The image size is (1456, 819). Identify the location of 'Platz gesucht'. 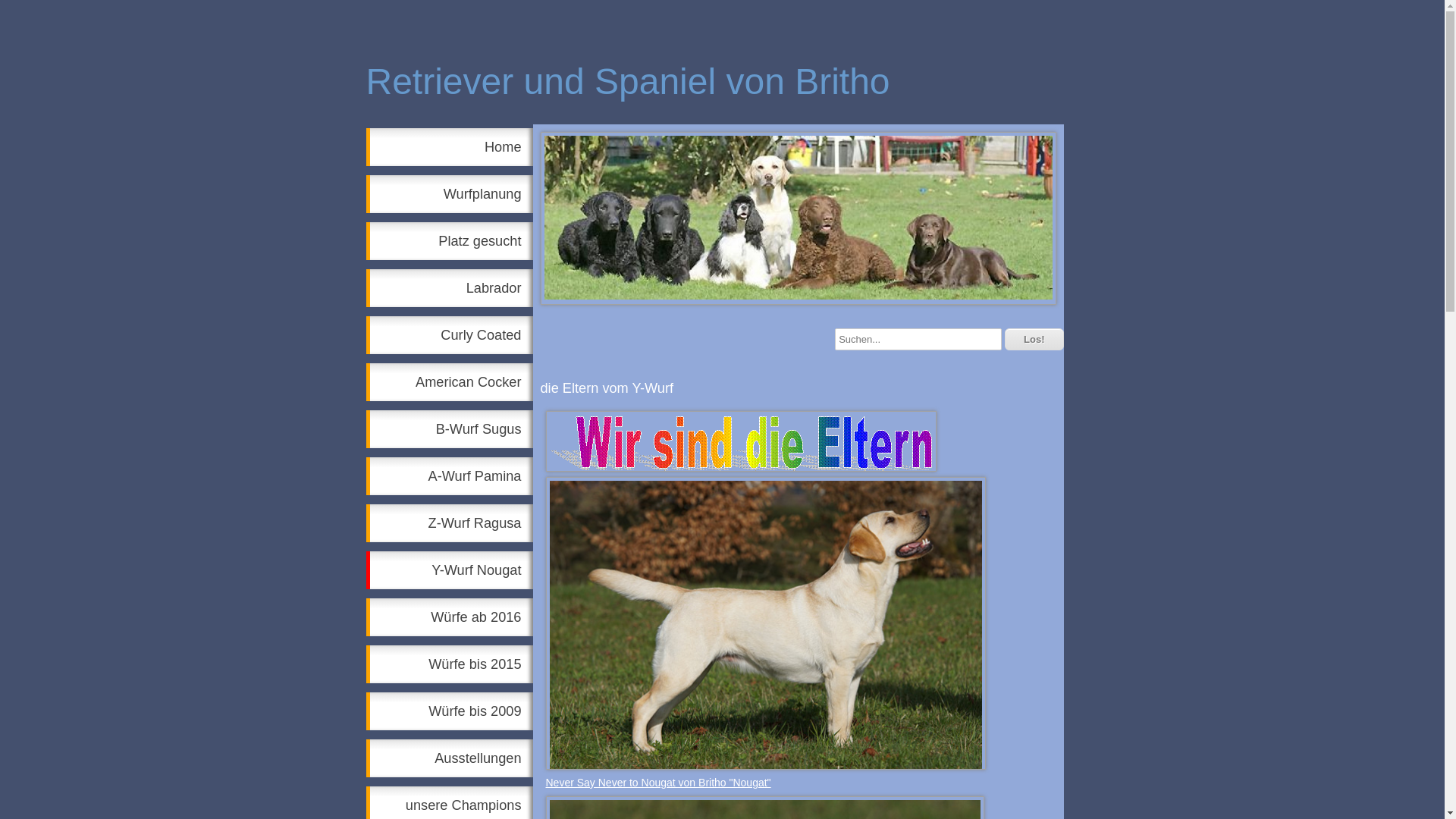
(447, 240).